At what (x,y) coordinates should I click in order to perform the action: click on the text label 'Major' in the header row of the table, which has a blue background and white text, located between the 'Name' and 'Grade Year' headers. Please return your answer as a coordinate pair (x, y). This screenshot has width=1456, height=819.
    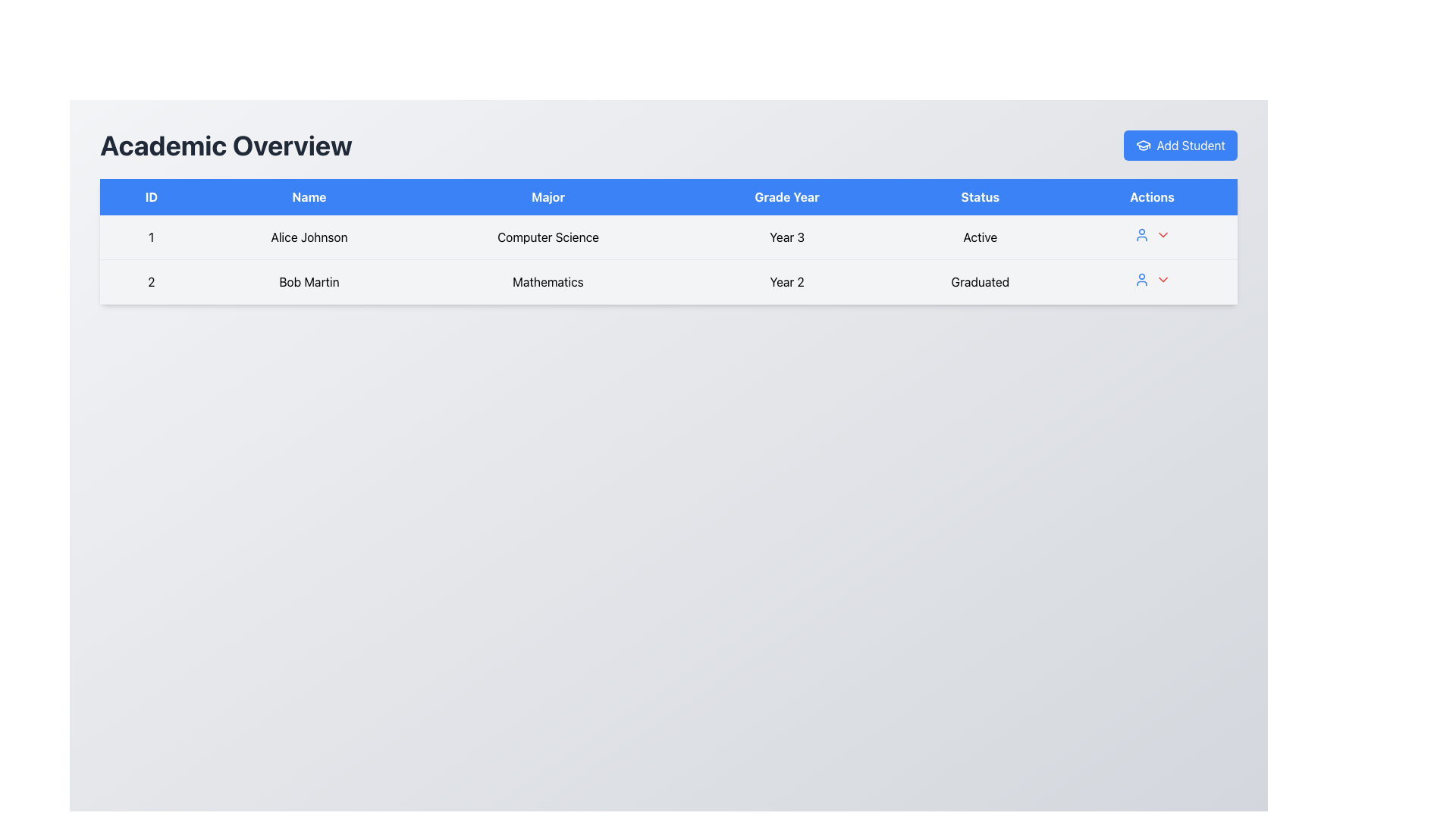
    Looking at the image, I should click on (548, 196).